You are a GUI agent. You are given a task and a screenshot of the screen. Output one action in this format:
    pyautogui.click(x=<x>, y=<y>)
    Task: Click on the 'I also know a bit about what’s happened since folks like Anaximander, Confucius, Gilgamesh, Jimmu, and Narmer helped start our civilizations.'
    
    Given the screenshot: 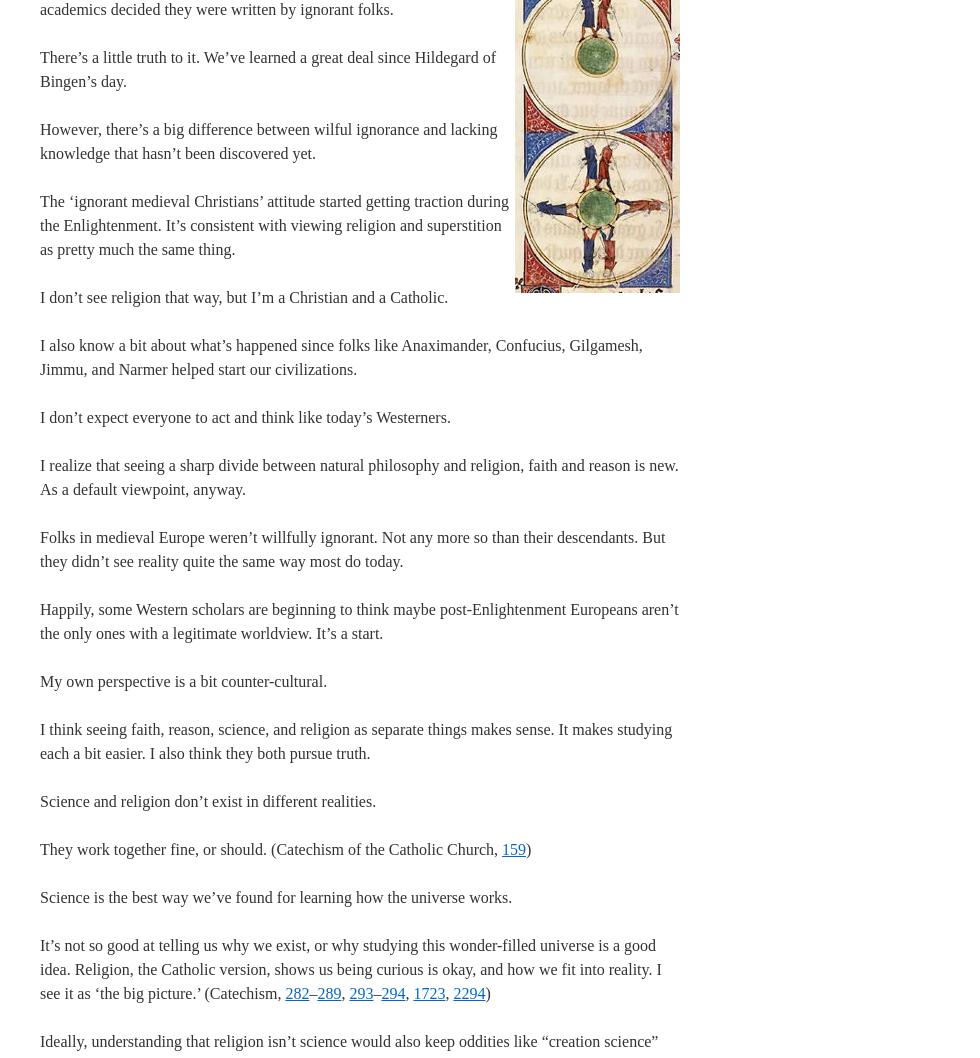 What is the action you would take?
    pyautogui.click(x=39, y=357)
    